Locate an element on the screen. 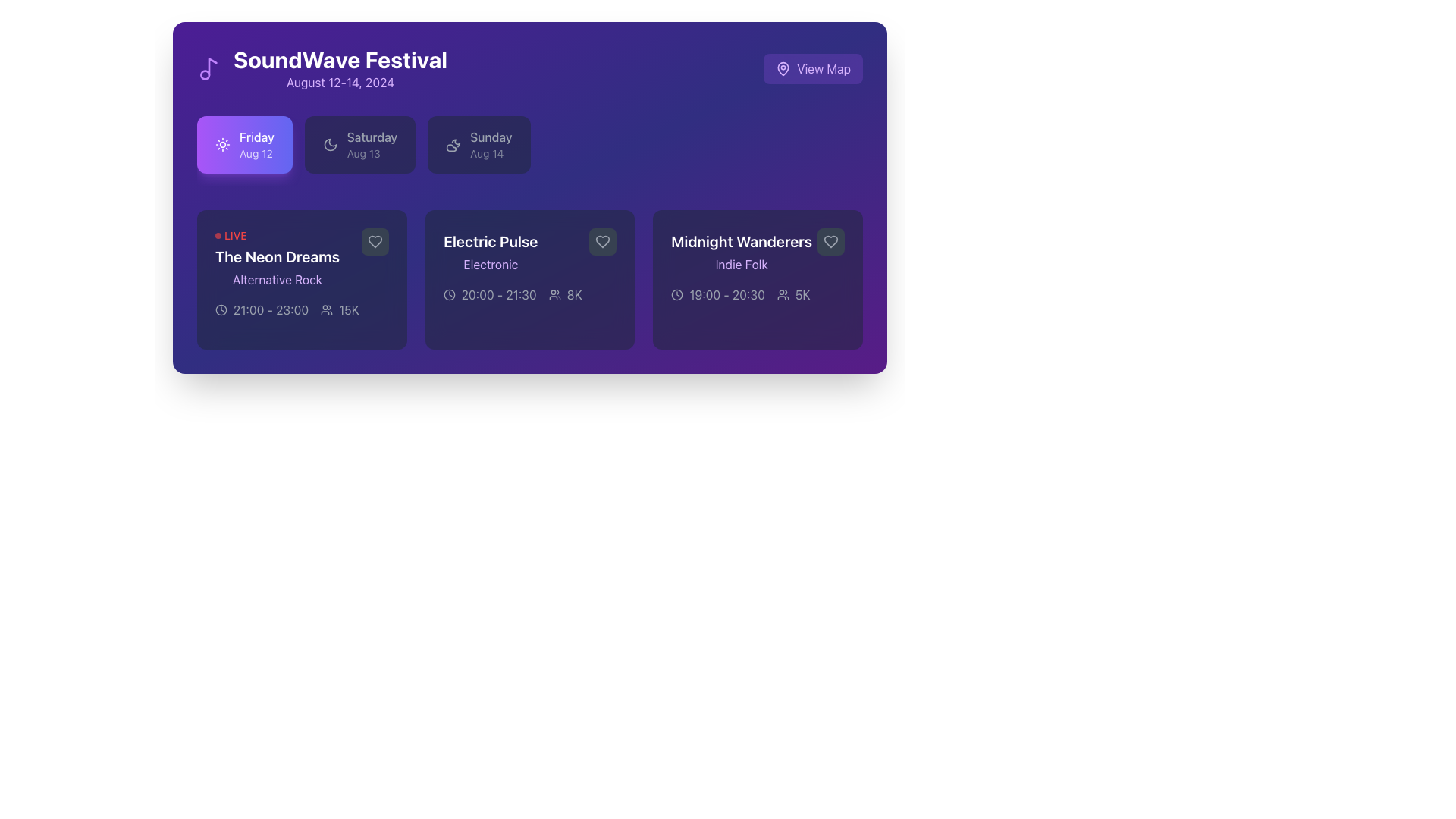  the heart-shaped icon in the bottom-right corner of the 'Midnight Wanderers' section is located at coordinates (830, 241).